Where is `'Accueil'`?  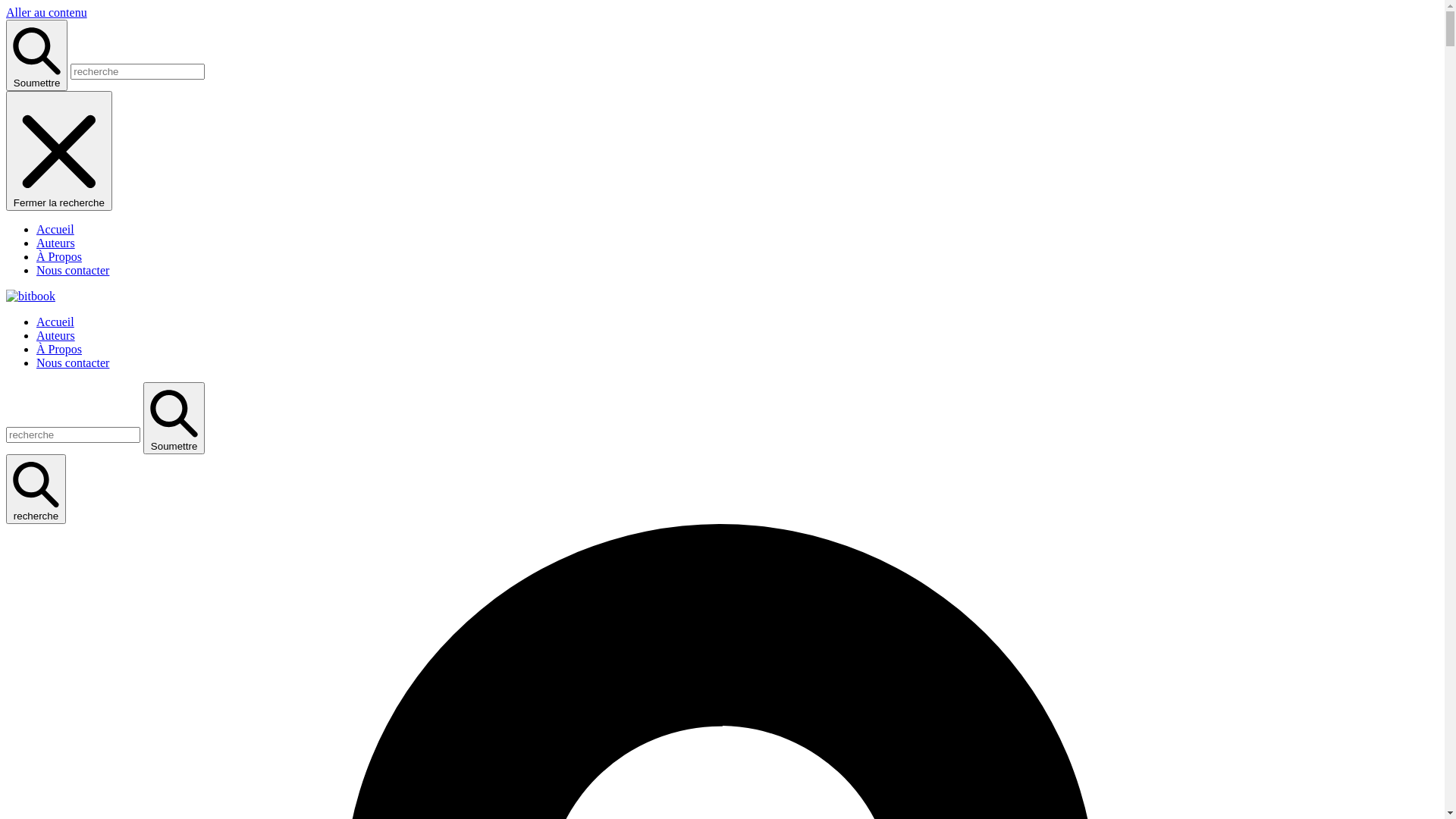
'Accueil' is located at coordinates (55, 229).